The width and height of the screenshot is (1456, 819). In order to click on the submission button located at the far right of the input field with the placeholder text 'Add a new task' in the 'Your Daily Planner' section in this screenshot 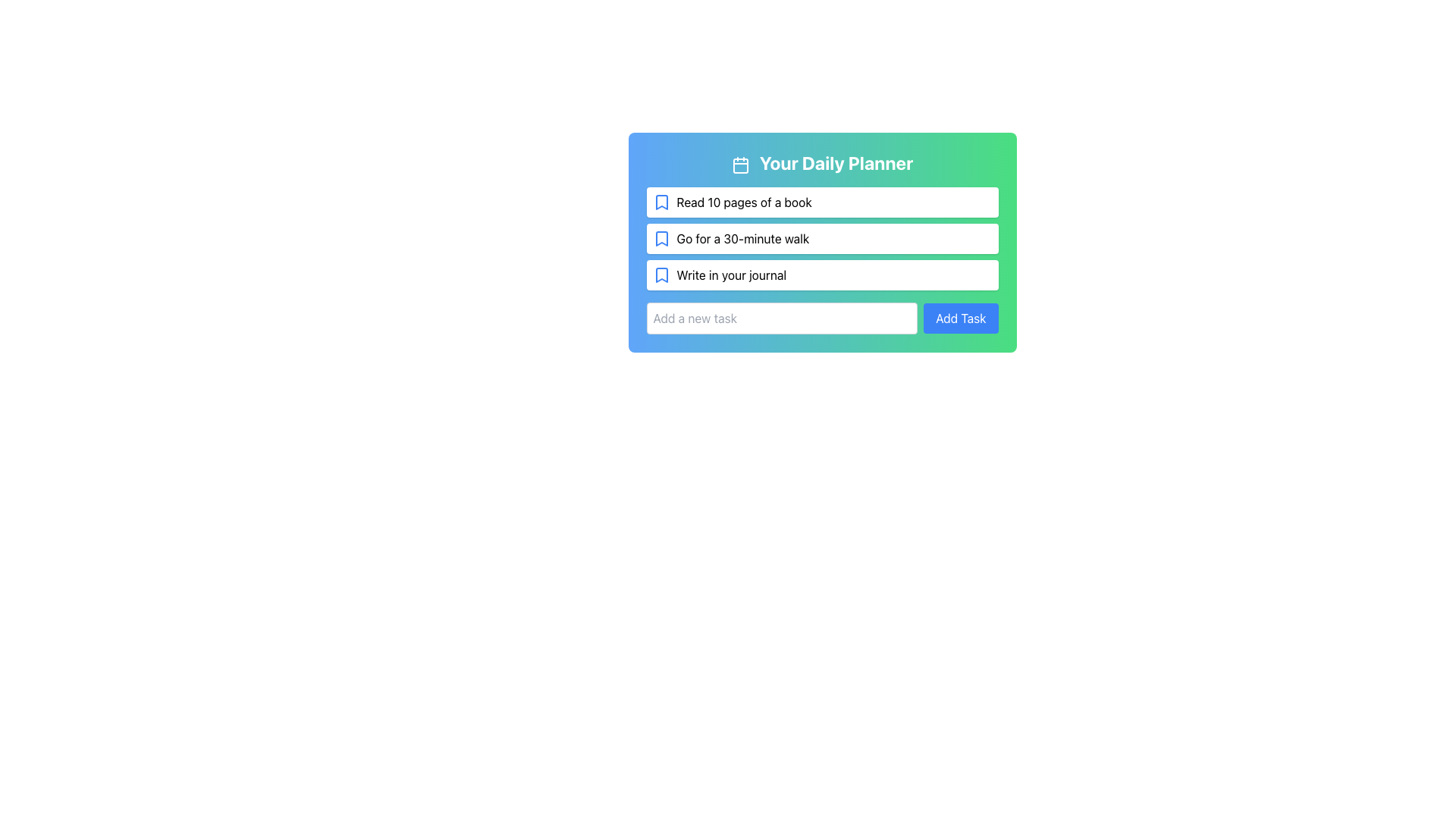, I will do `click(960, 318)`.